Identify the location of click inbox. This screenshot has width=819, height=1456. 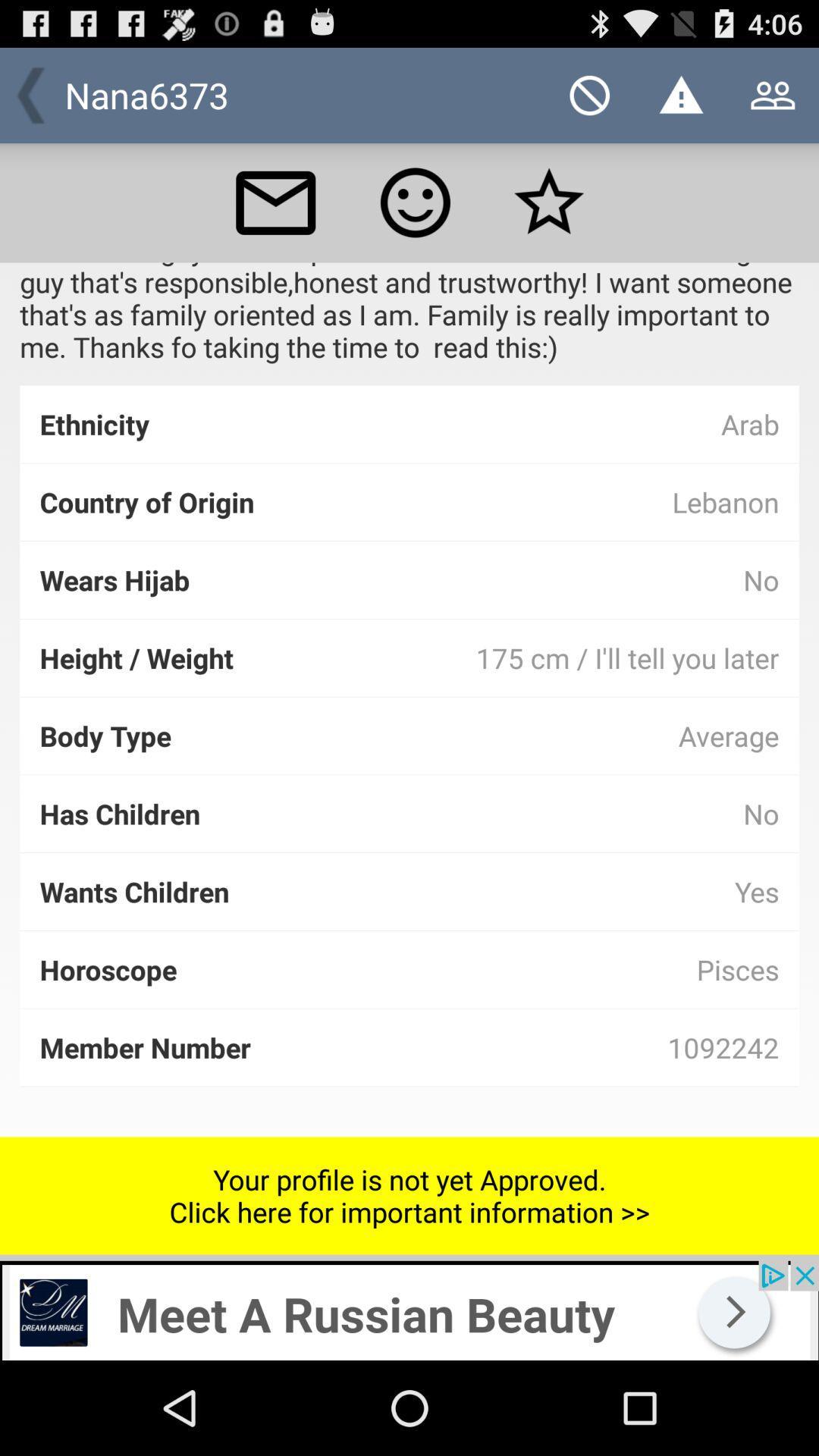
(275, 202).